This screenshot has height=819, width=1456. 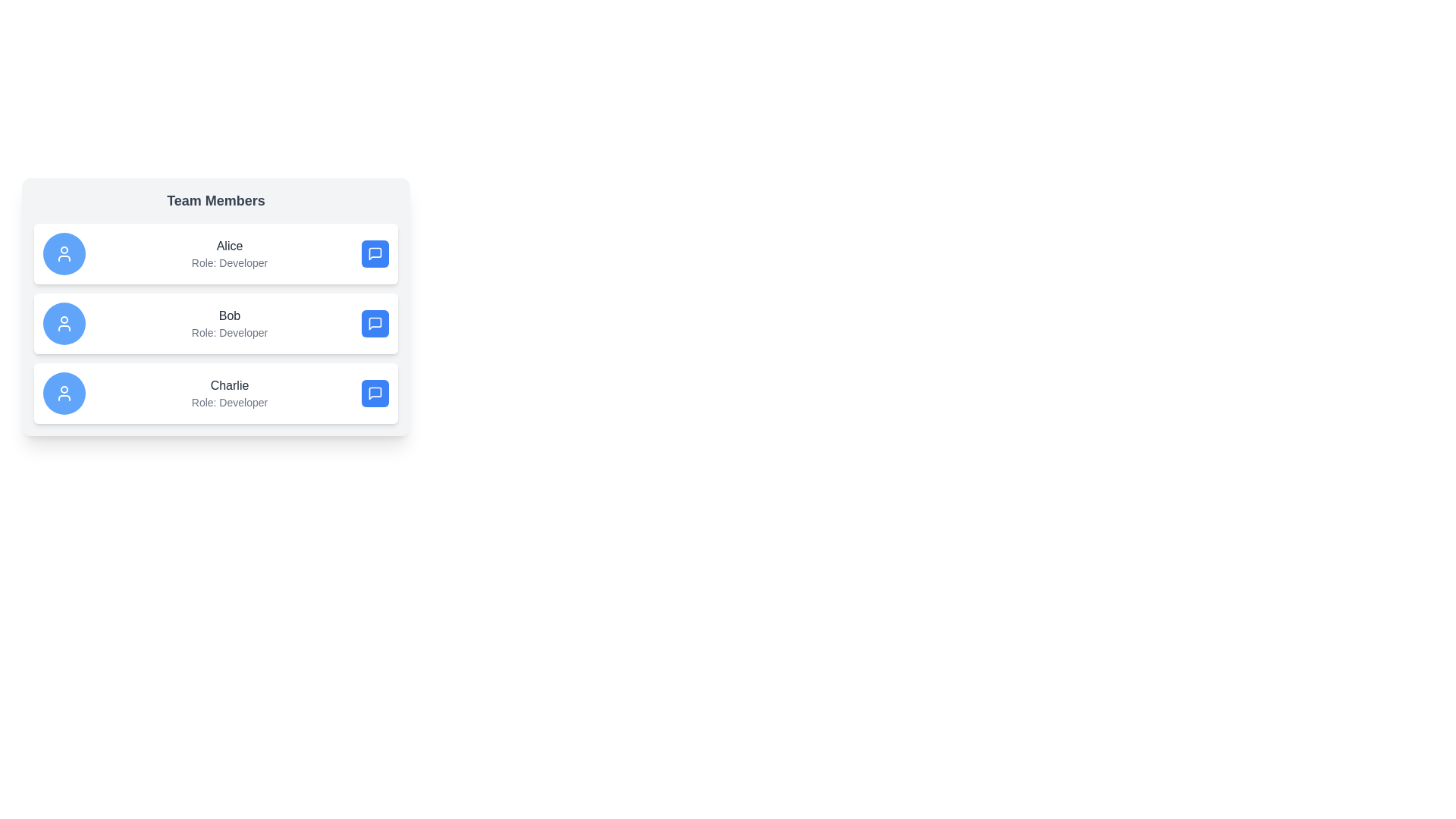 What do you see at coordinates (64, 253) in the screenshot?
I see `the avatar icon representing the user 'Alice' in the 'Team Members' list, which is the topmost avatar aligned to the left of the text label` at bounding box center [64, 253].